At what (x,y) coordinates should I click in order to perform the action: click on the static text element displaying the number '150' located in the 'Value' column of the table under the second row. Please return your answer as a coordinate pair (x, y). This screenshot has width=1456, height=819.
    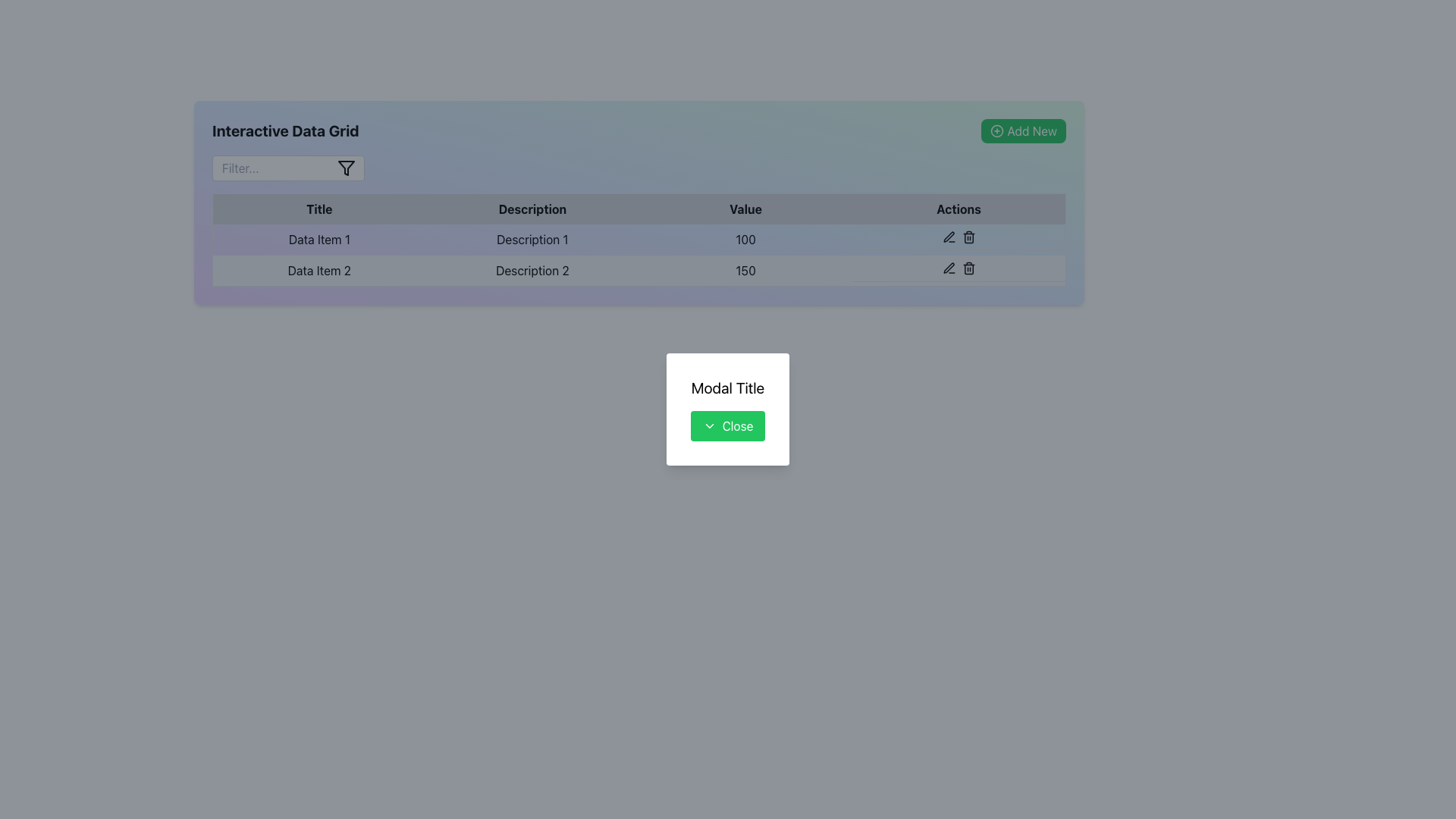
    Looking at the image, I should click on (745, 270).